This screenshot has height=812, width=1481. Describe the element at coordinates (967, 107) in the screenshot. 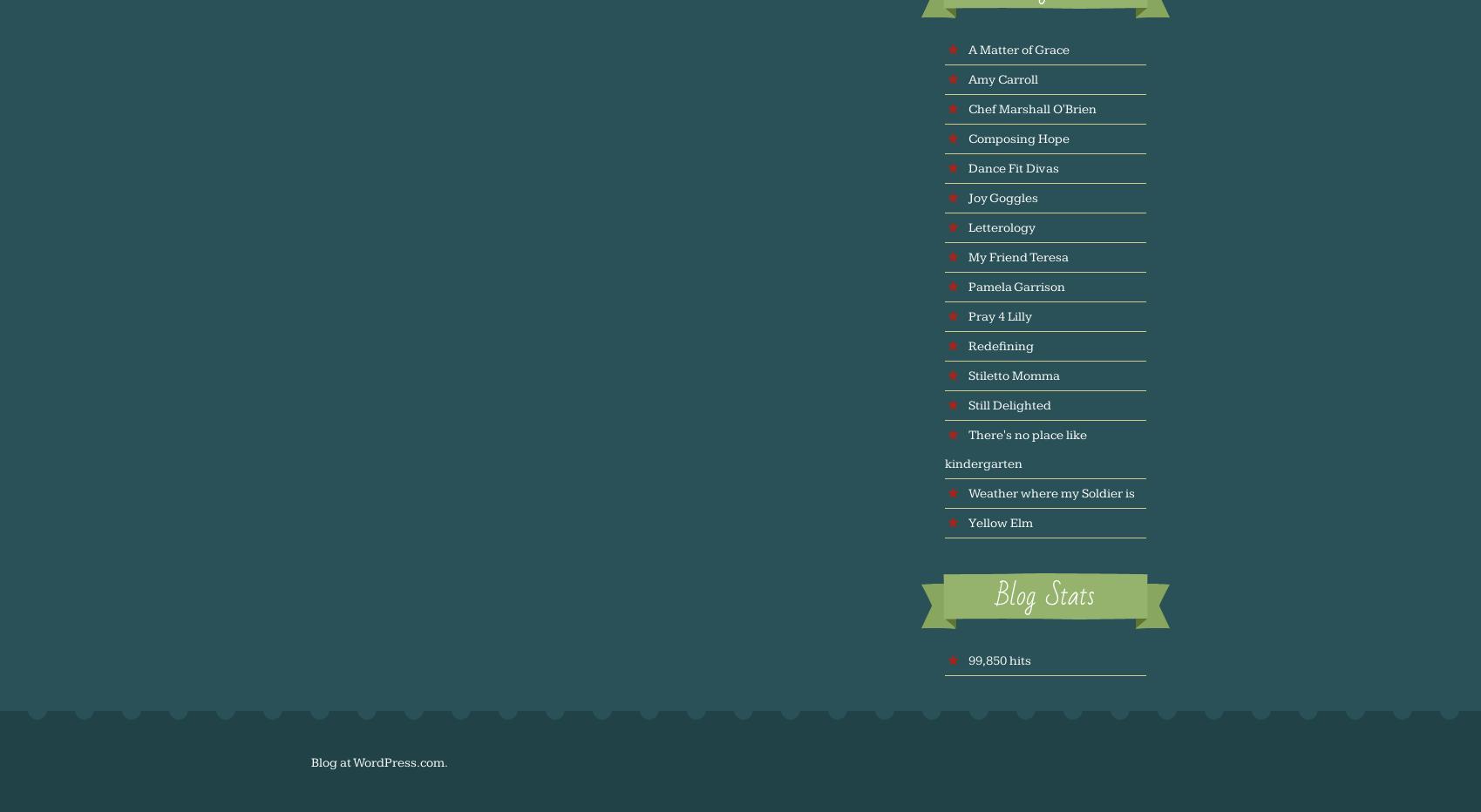

I see `'Chef Marshall O'Brien'` at that location.